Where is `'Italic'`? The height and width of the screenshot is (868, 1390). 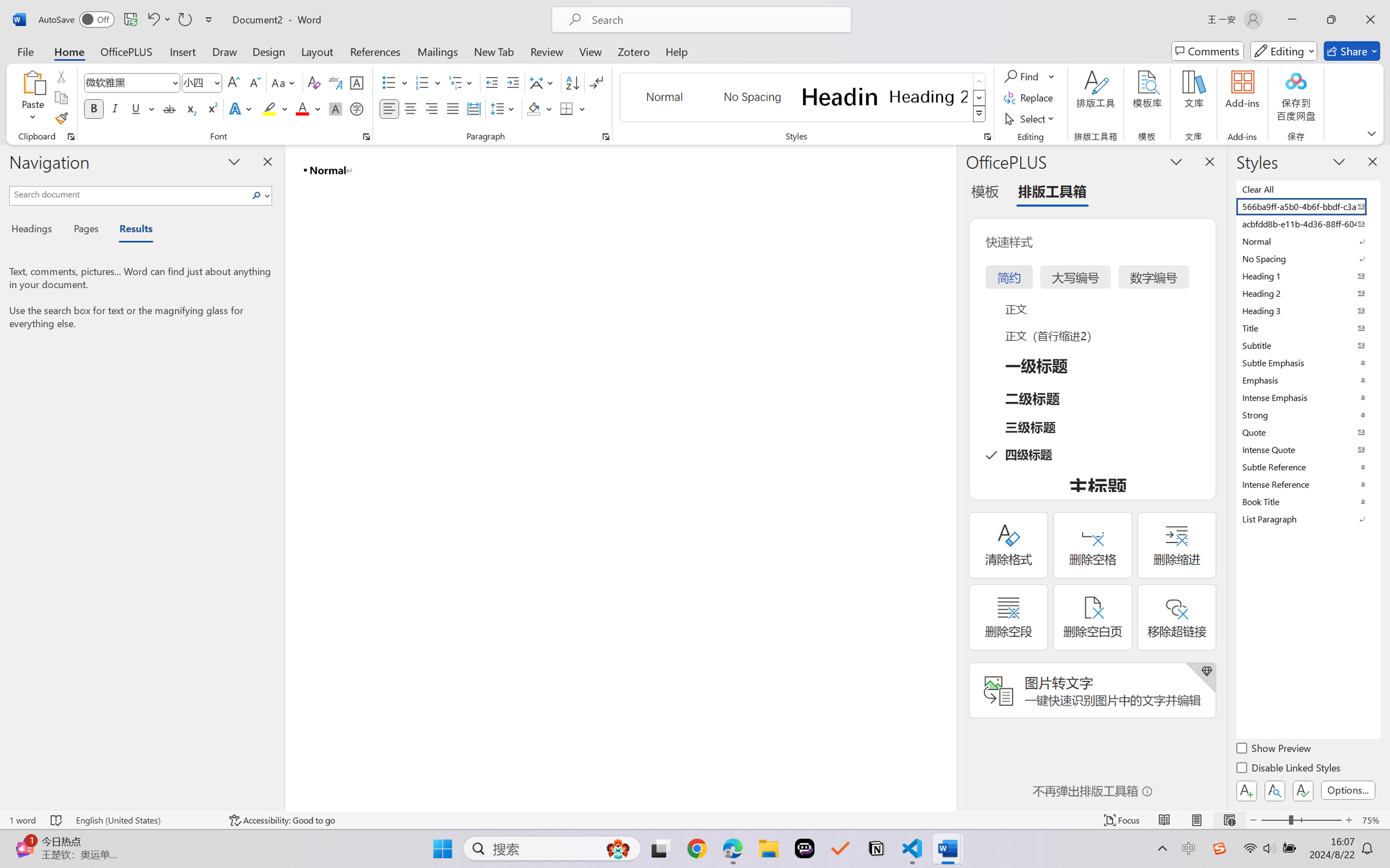 'Italic' is located at coordinates (114, 108).